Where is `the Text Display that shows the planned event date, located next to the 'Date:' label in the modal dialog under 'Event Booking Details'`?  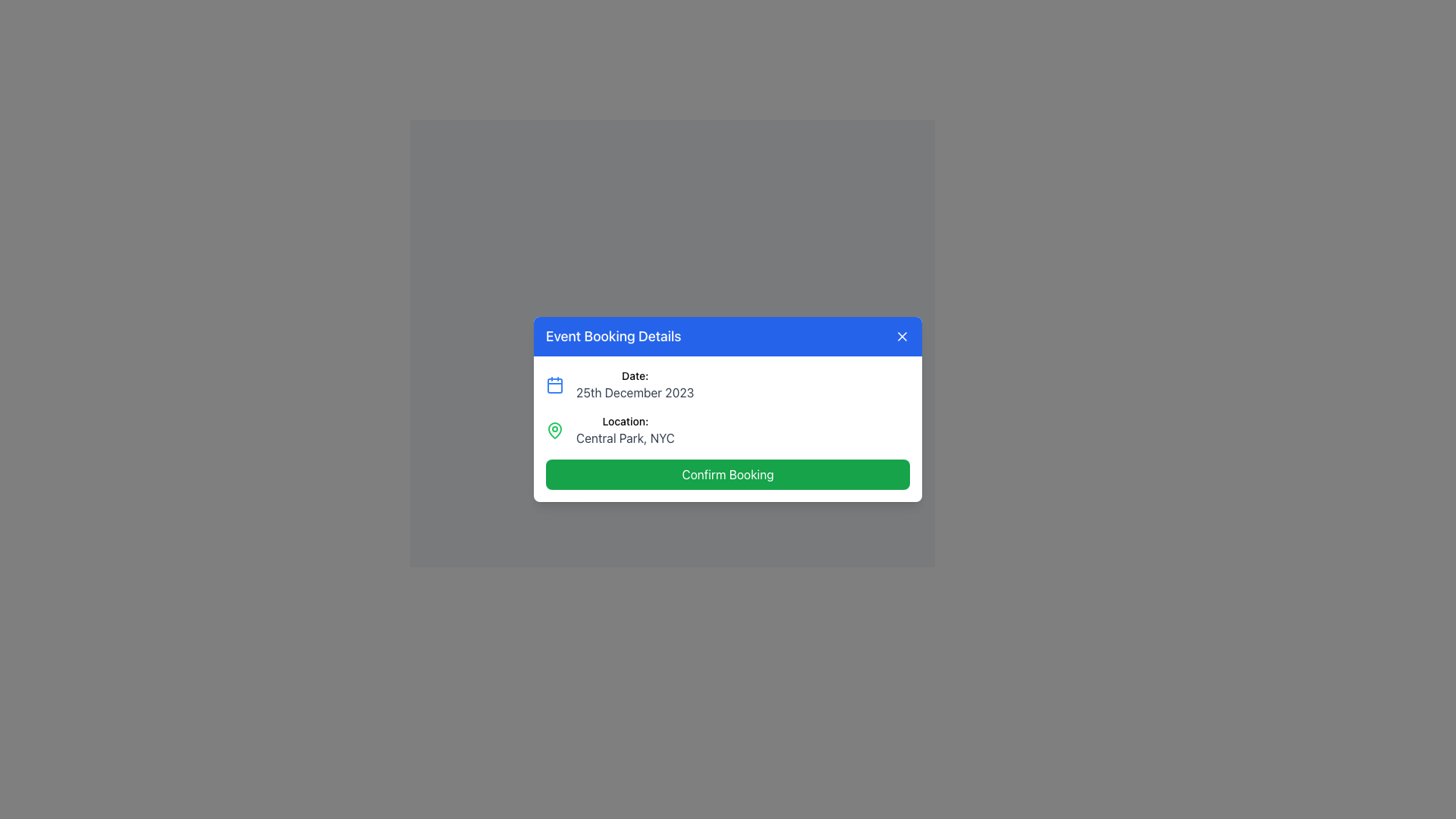 the Text Display that shows the planned event date, located next to the 'Date:' label in the modal dialog under 'Event Booking Details' is located at coordinates (635, 391).